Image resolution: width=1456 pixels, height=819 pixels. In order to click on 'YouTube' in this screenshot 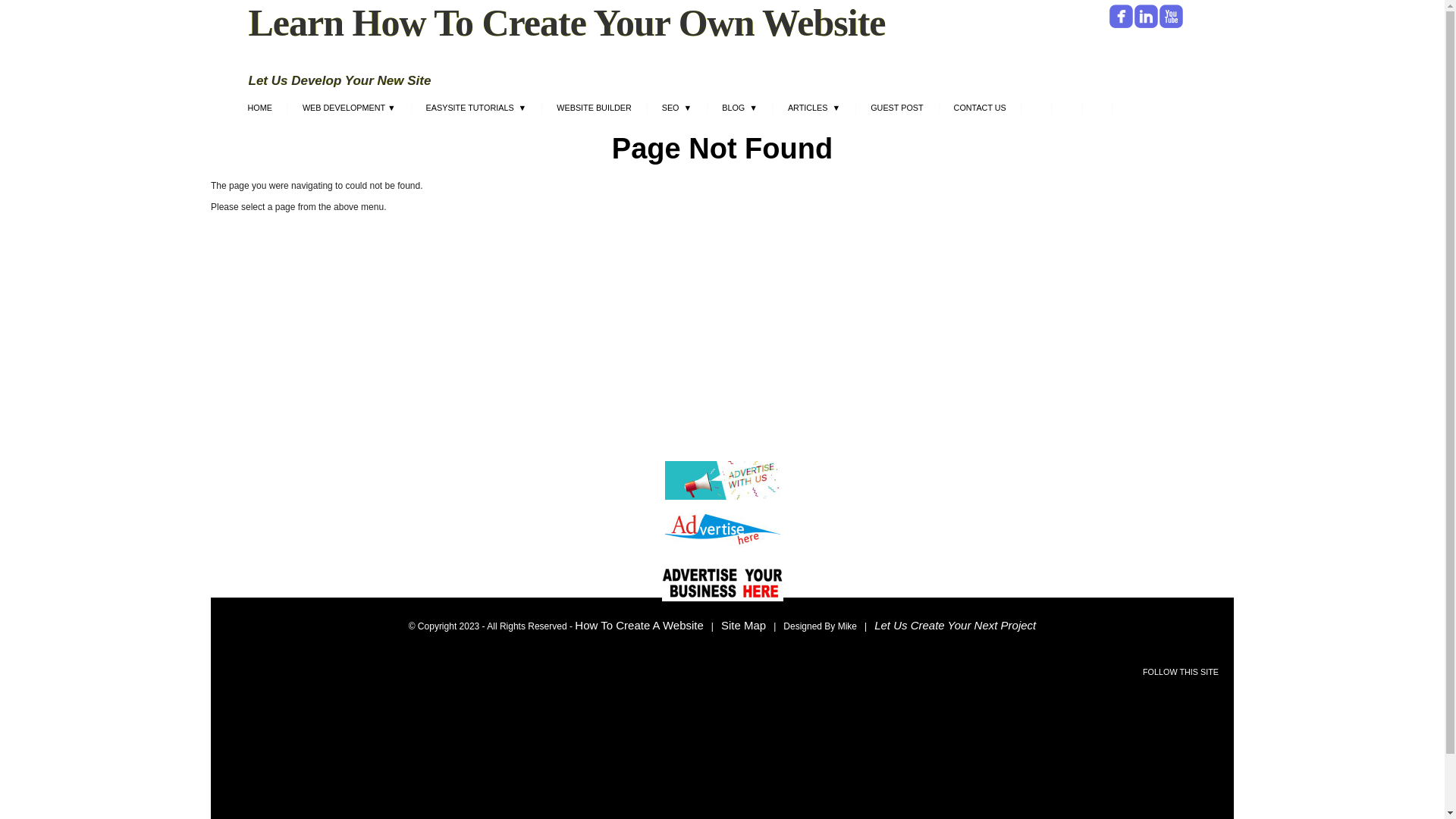, I will do `click(1169, 17)`.